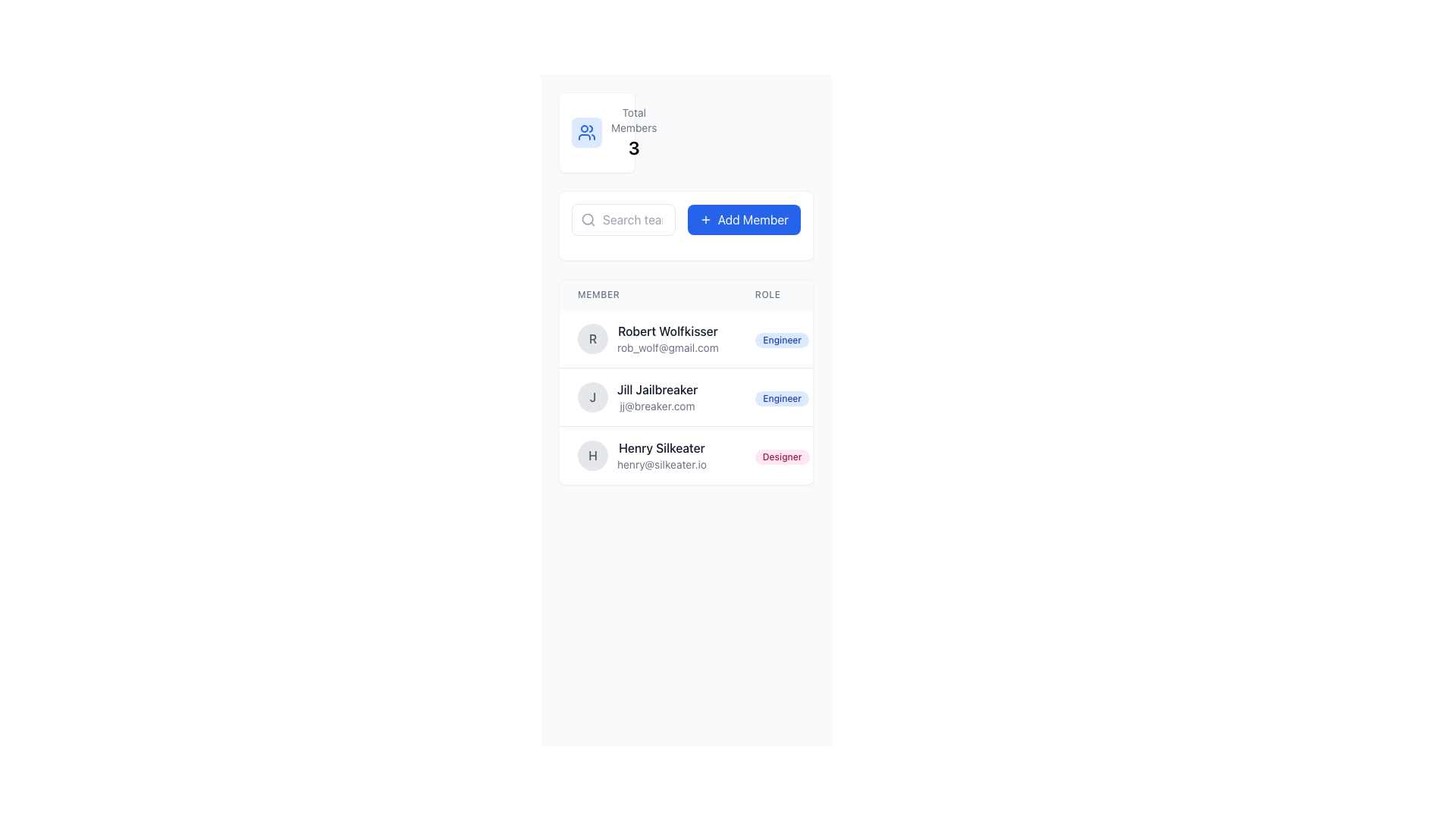 The image size is (1456, 819). Describe the element at coordinates (686, 219) in the screenshot. I see `the button located in the upper-mid section of the interface, adjacent to the right of a search input field` at that location.